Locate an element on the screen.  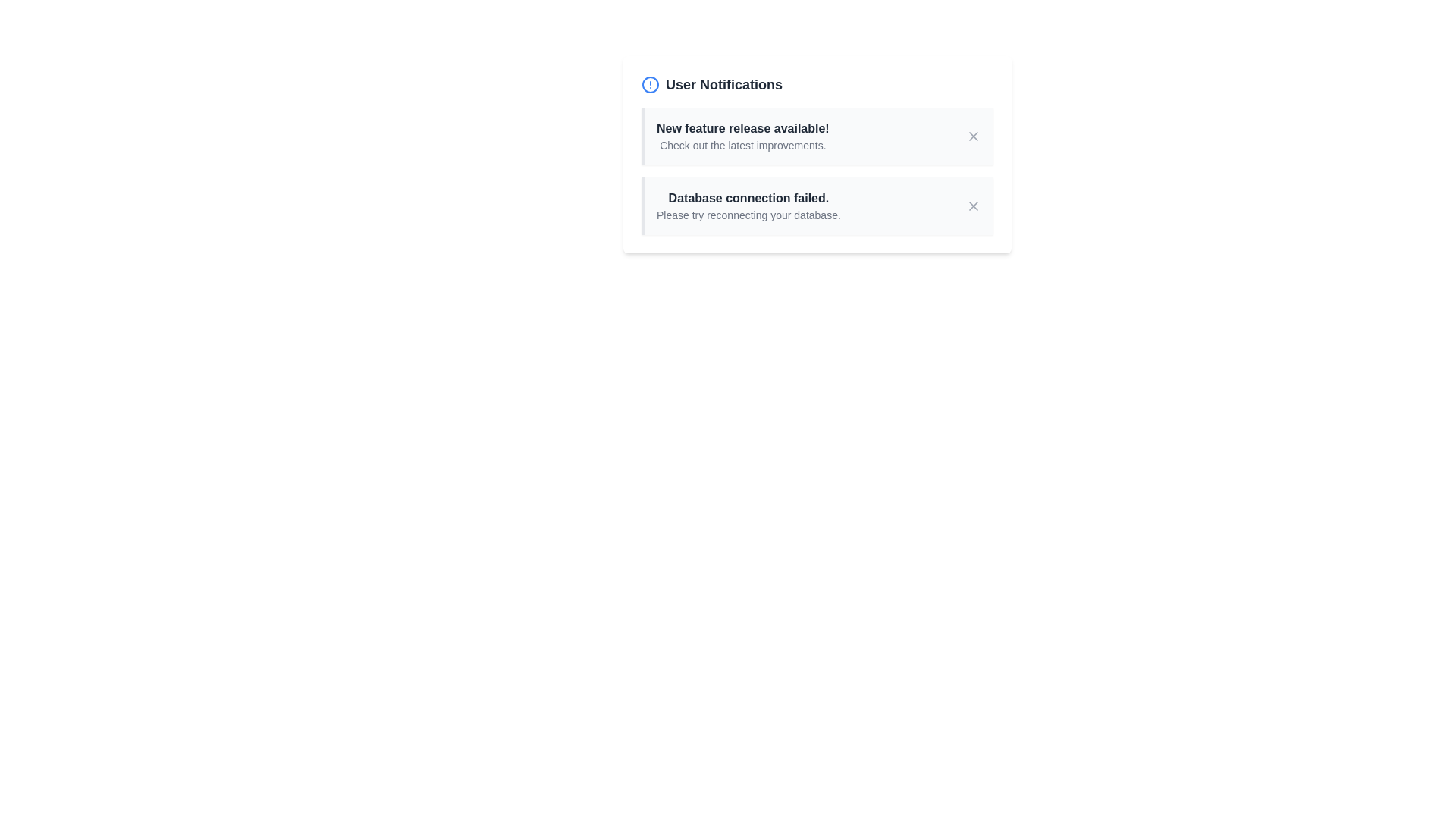
the close button icon in the notification panel that indicates a cancellation for the 'Database connection failed' message is located at coordinates (973, 206).